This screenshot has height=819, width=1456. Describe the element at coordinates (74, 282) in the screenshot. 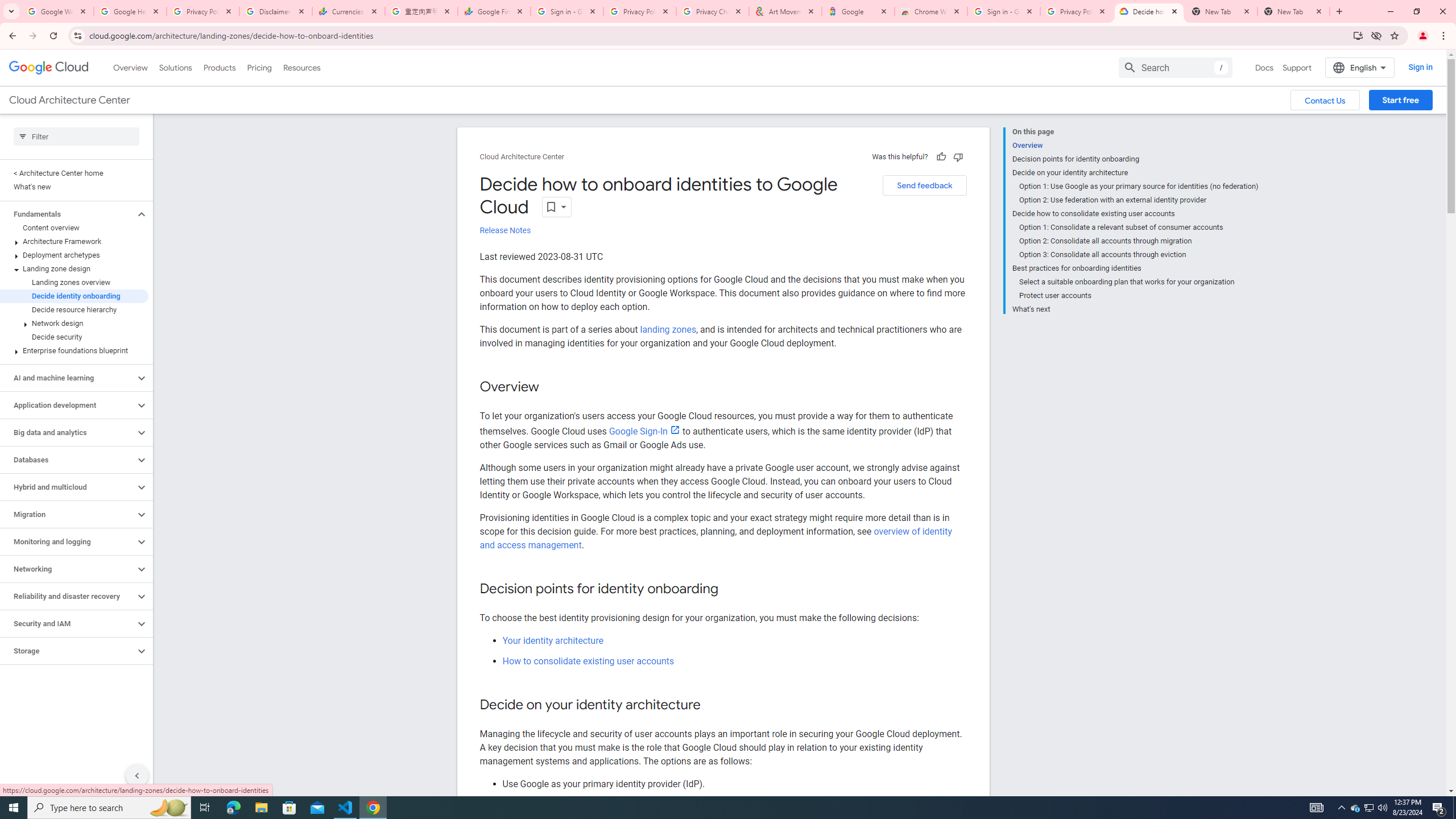

I see `'Landing zones overview'` at that location.